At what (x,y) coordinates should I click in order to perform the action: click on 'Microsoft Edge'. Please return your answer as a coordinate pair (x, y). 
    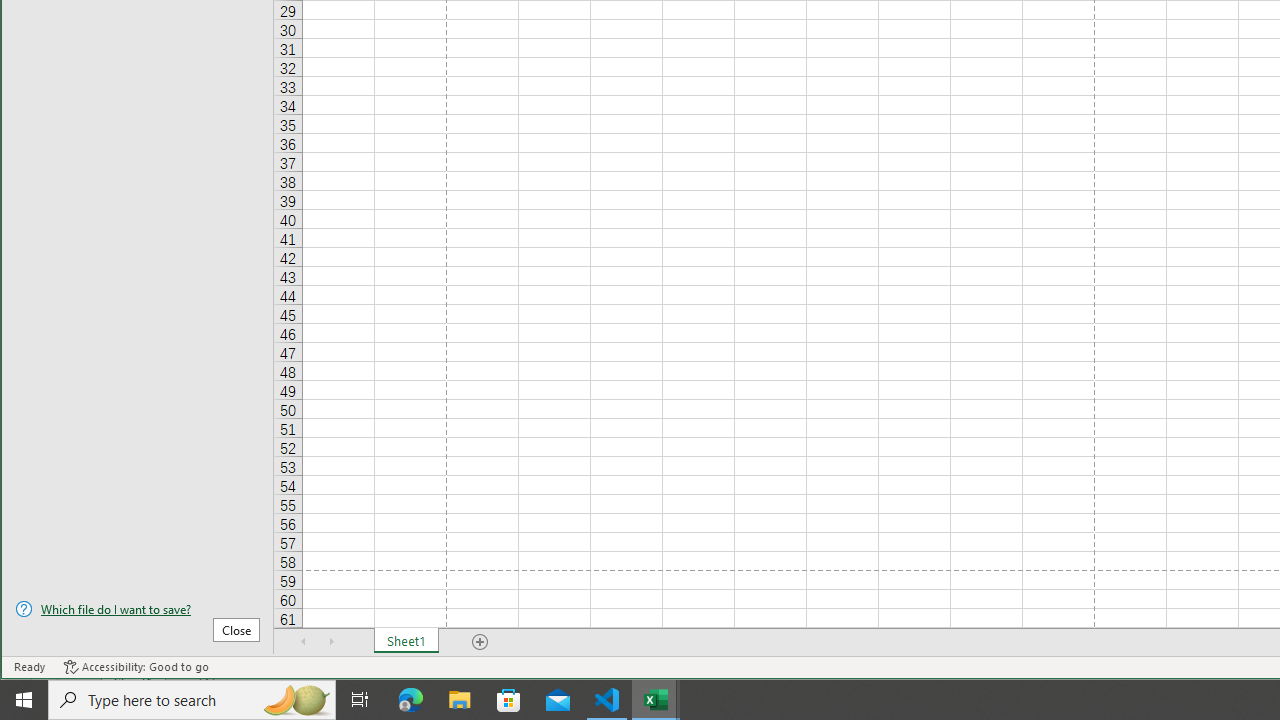
    Looking at the image, I should click on (410, 698).